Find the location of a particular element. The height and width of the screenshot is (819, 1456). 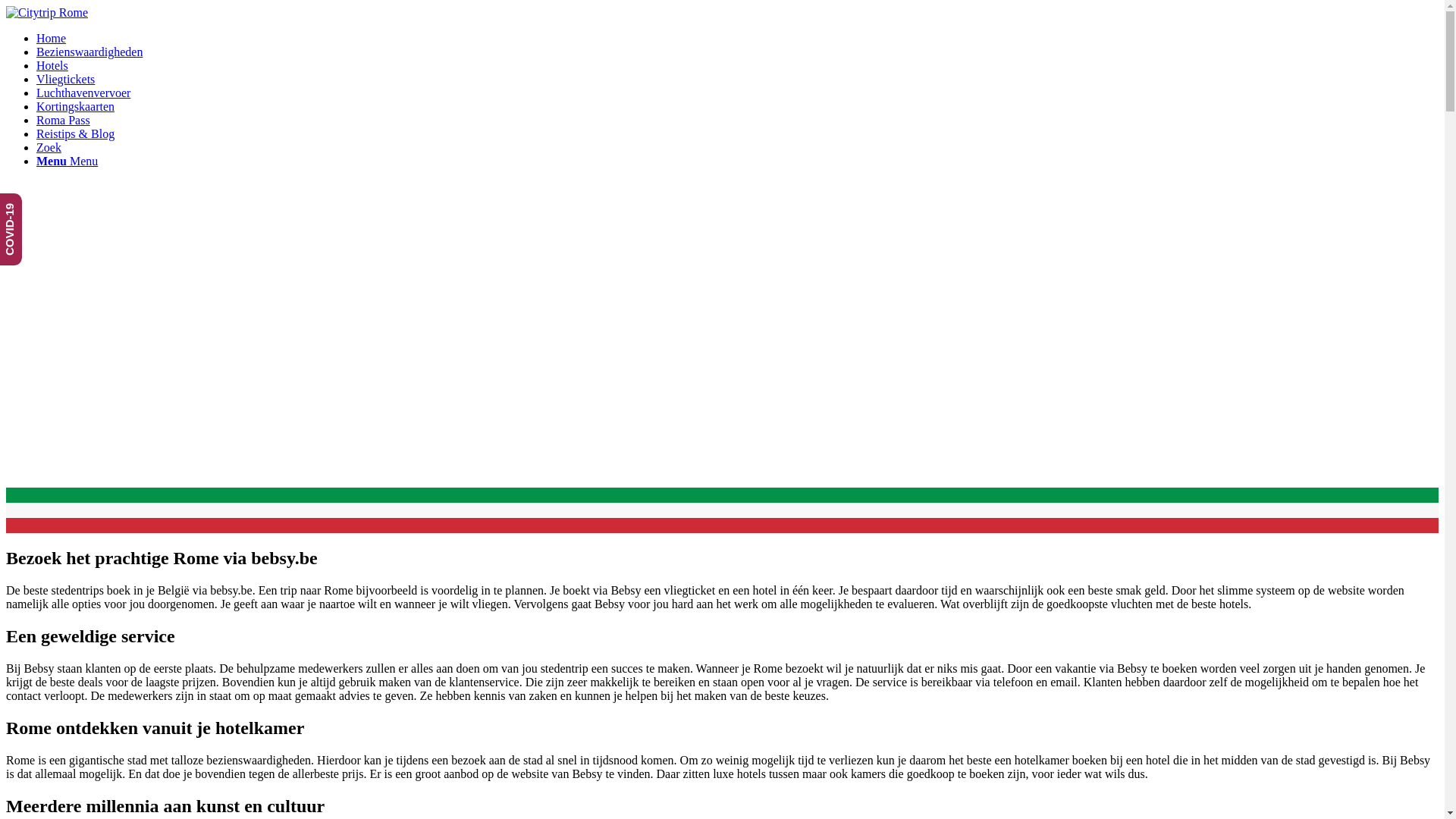

'Bezienswaardigheden' is located at coordinates (89, 51).